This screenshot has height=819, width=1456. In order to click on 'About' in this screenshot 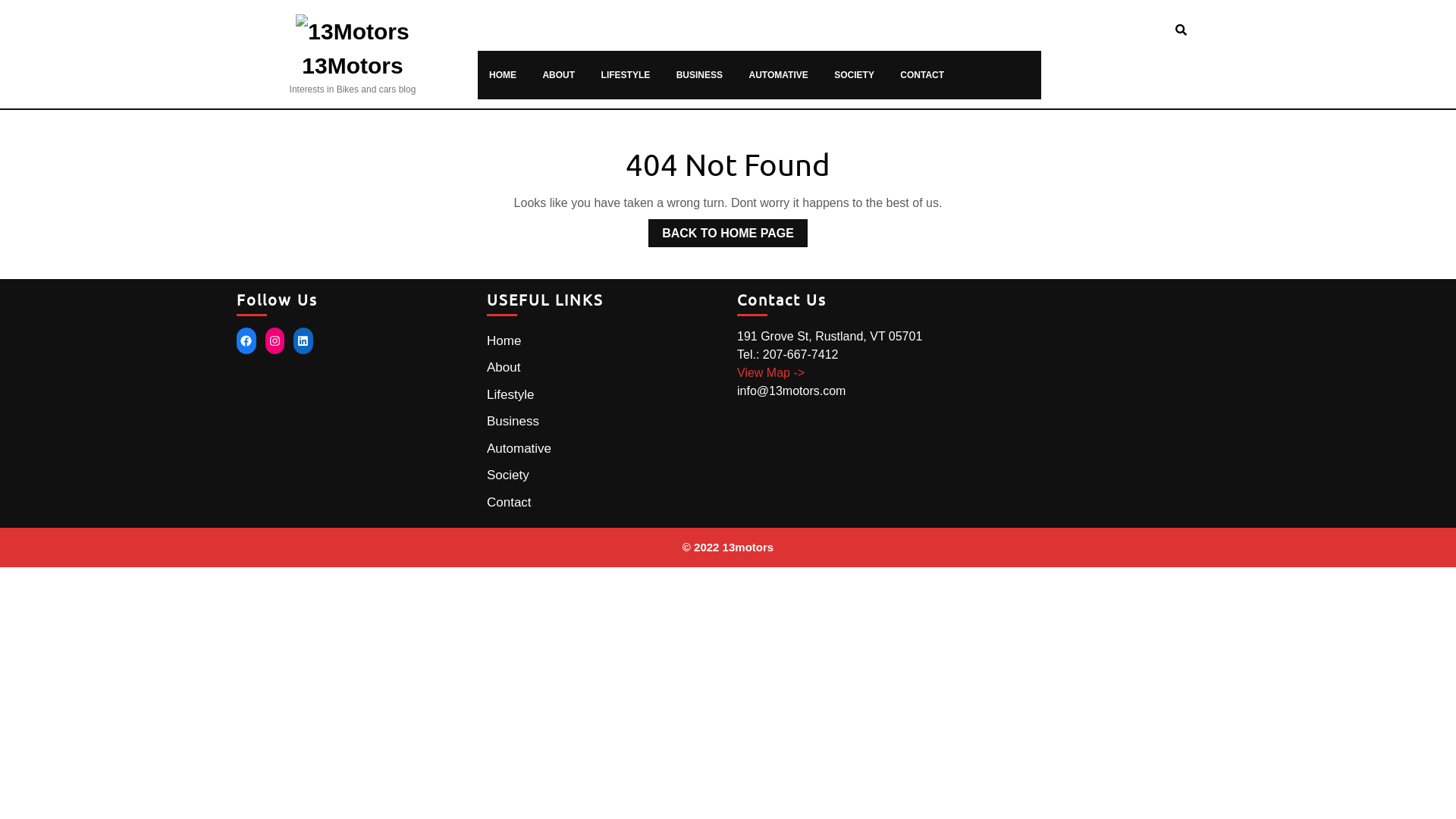, I will do `click(487, 367)`.